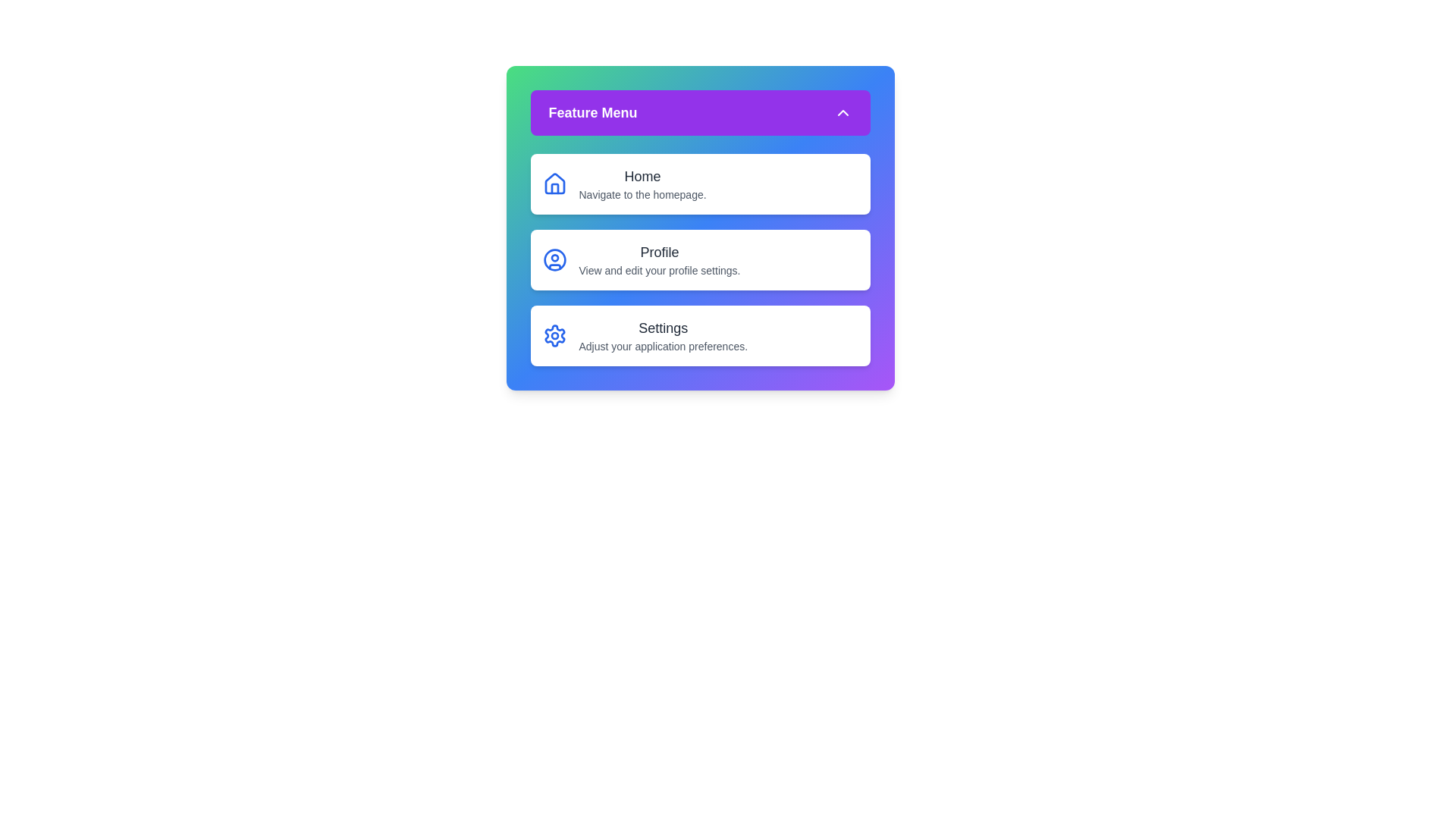 The height and width of the screenshot is (819, 1456). Describe the element at coordinates (699, 259) in the screenshot. I see `the menu item labeled Profile` at that location.